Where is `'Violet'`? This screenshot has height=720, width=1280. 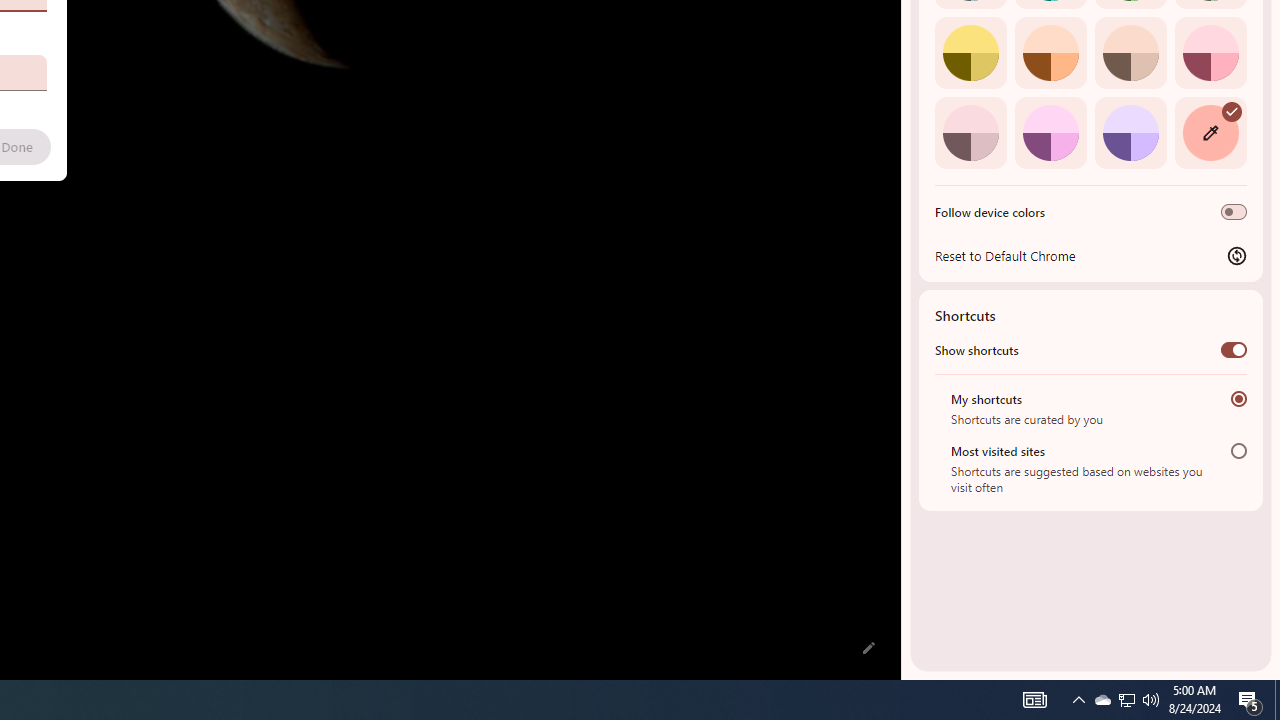 'Violet' is located at coordinates (1130, 132).